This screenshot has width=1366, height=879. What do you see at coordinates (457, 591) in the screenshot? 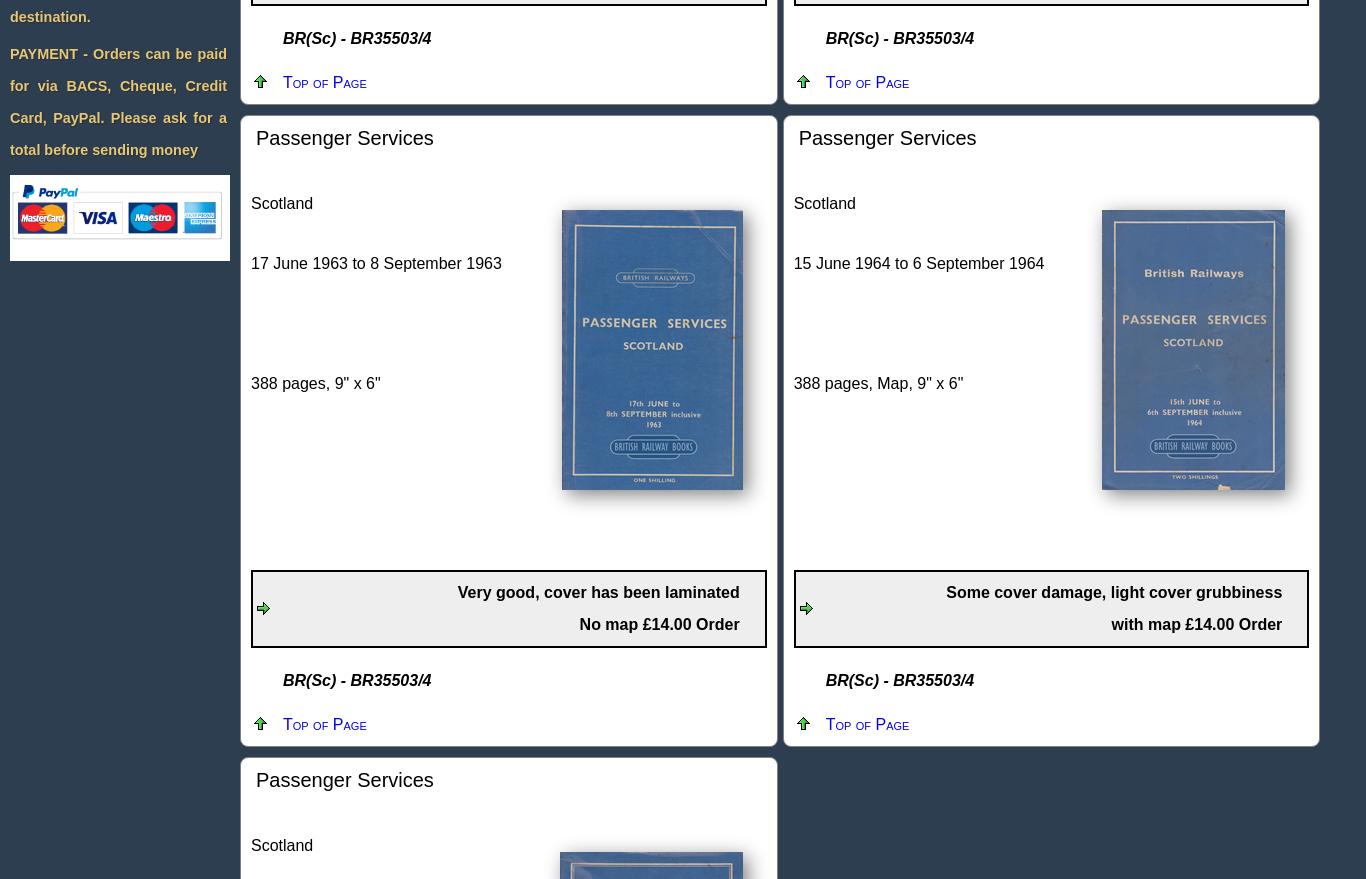
I see `'Very good, cover has been laminated'` at bounding box center [457, 591].